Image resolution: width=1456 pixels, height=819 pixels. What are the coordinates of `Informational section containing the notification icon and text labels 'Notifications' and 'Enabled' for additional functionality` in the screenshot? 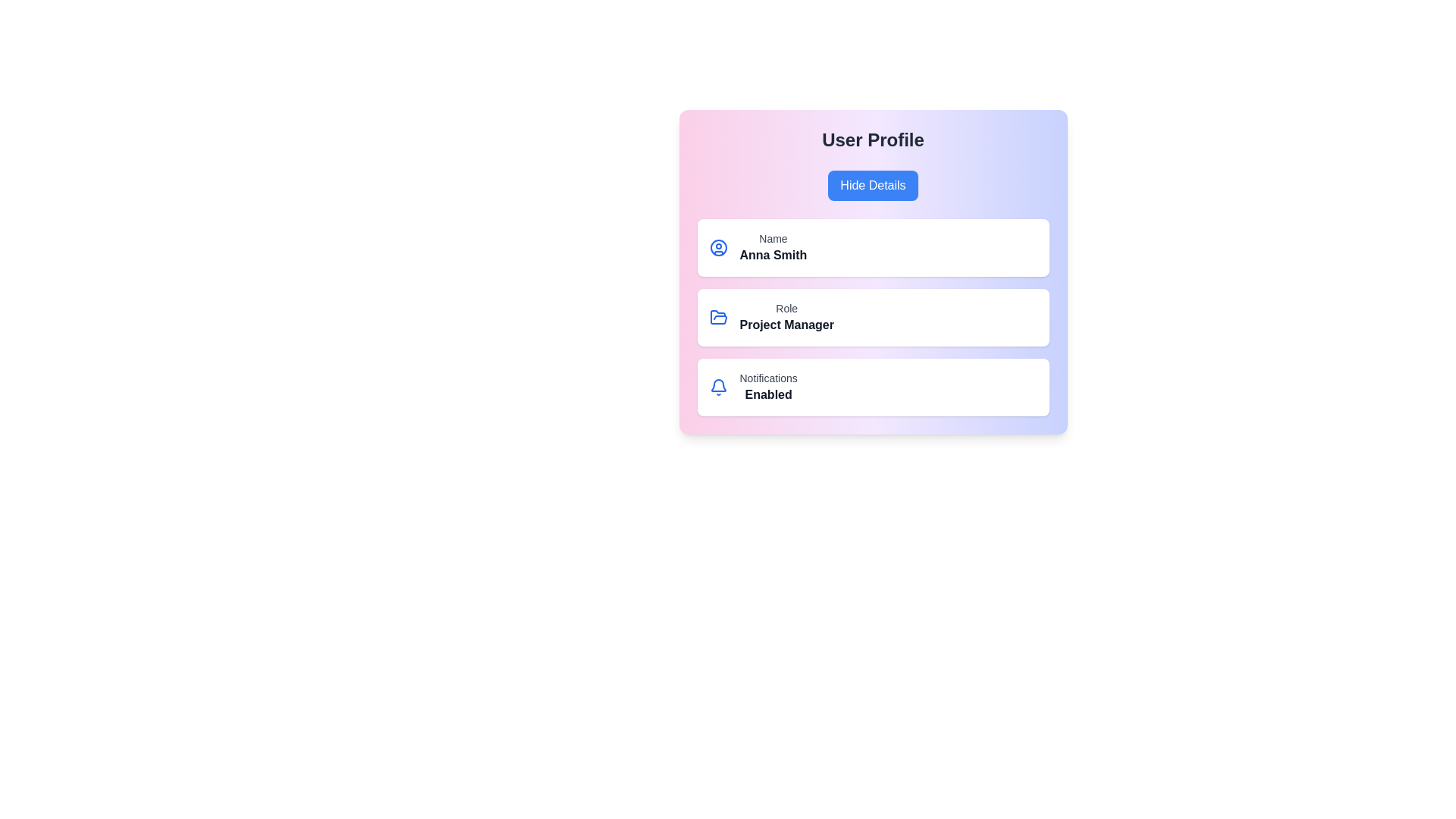 It's located at (873, 386).